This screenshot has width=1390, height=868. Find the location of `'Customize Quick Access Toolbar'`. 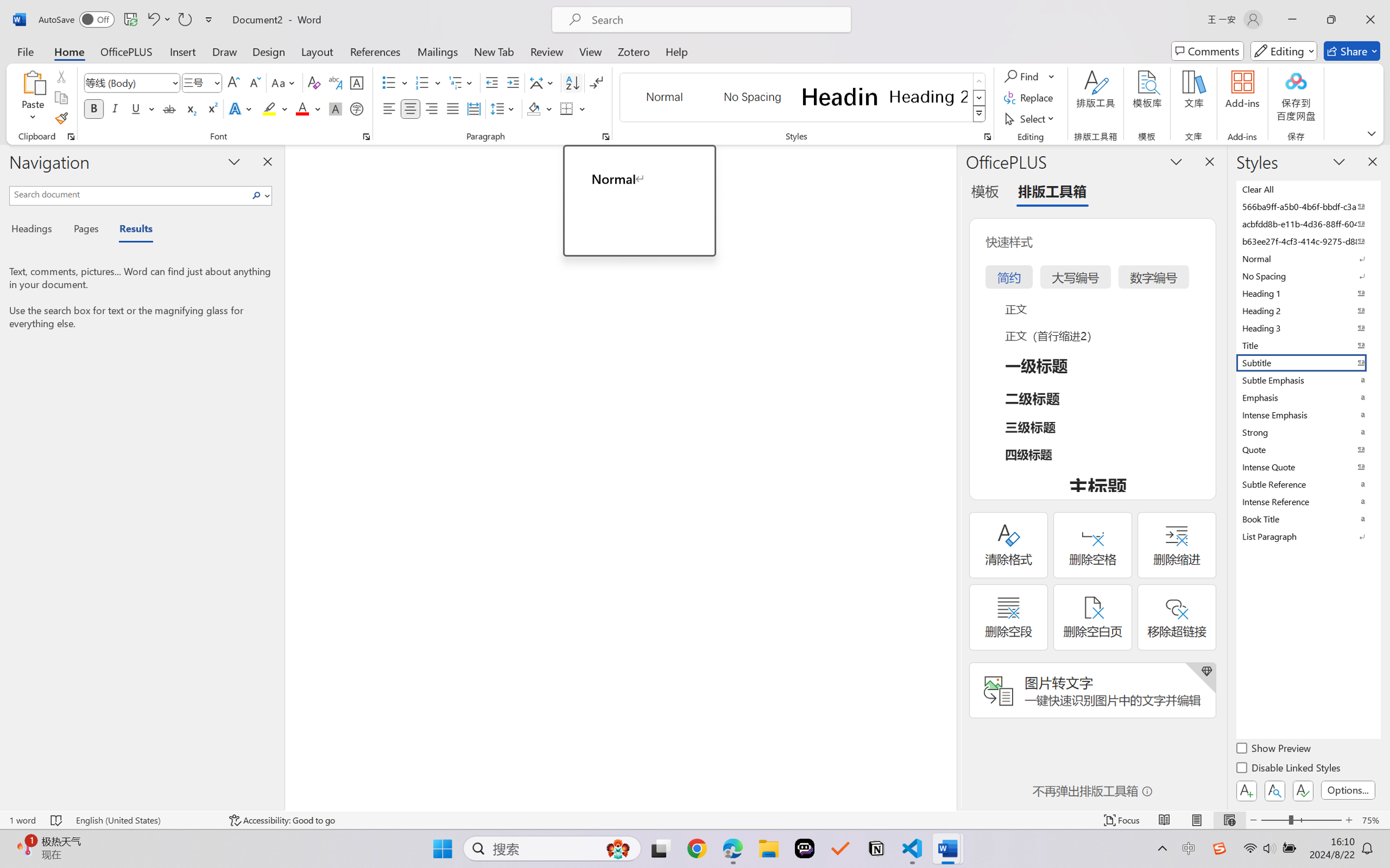

'Customize Quick Access Toolbar' is located at coordinates (208, 19).